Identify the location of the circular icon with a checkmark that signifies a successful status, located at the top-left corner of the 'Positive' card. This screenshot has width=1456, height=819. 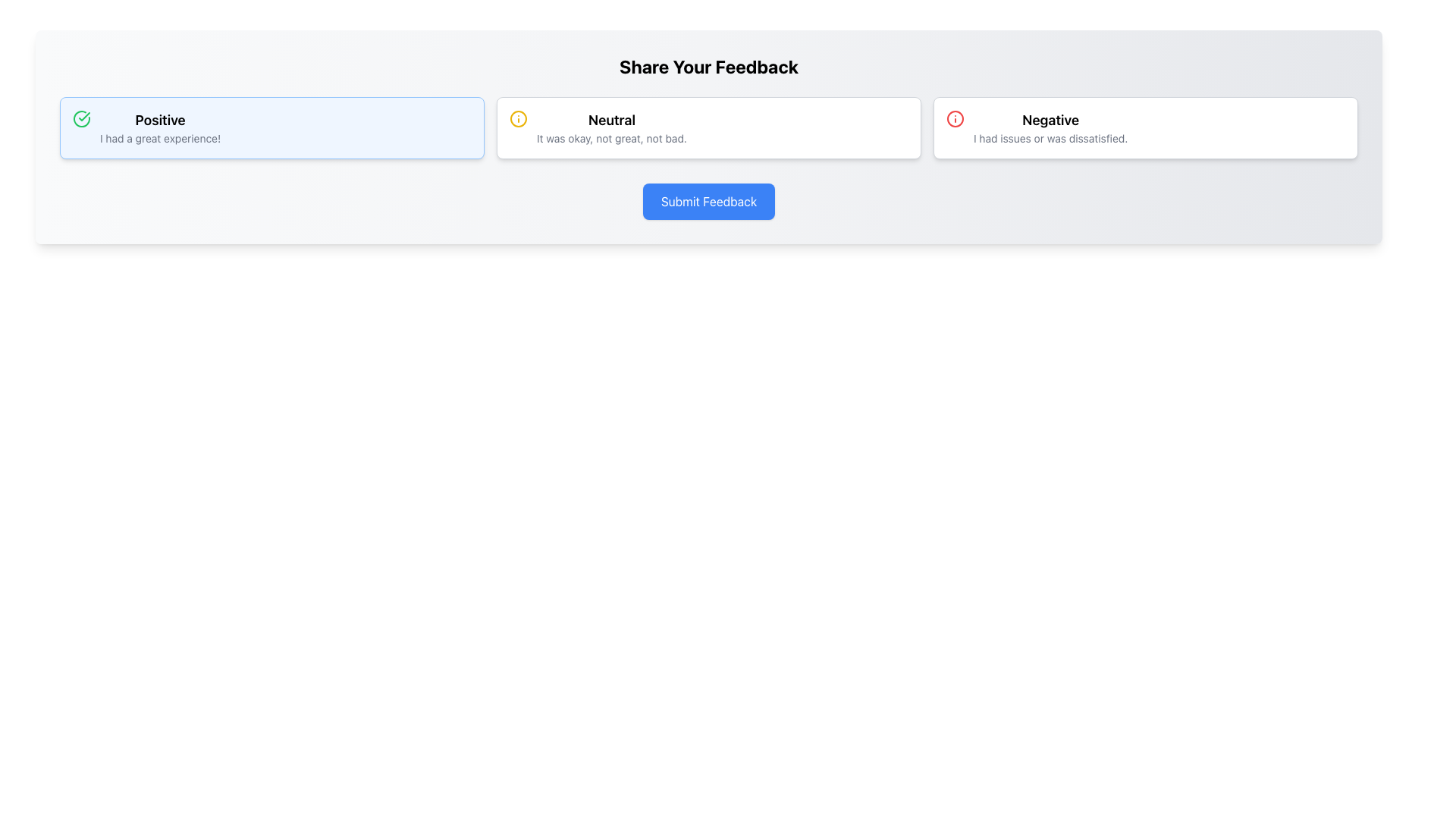
(81, 118).